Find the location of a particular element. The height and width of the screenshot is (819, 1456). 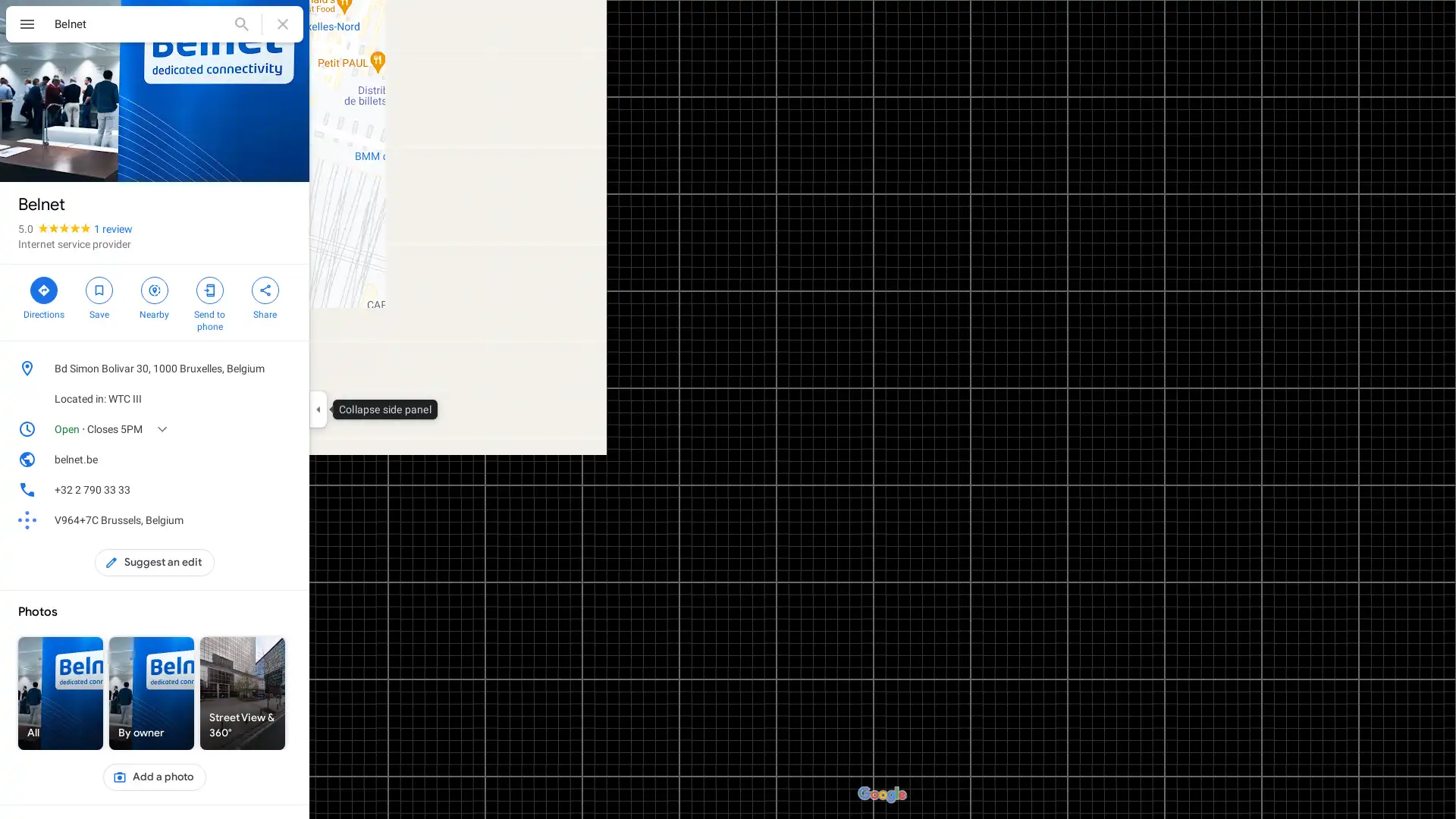

Street View & 360 is located at coordinates (243, 693).